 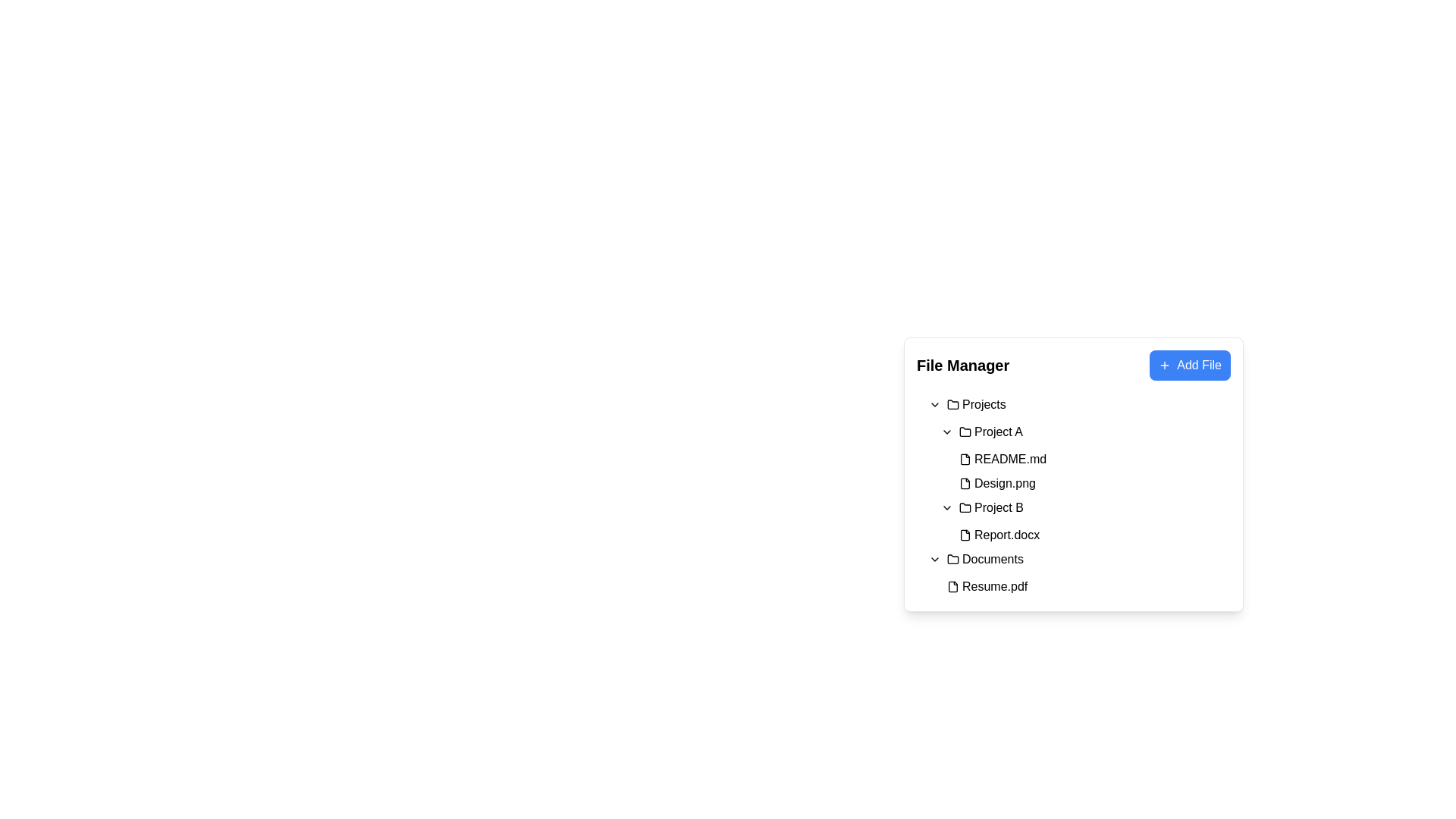 What do you see at coordinates (964, 507) in the screenshot?
I see `the folder icon representing 'Project B' in the file management interface` at bounding box center [964, 507].